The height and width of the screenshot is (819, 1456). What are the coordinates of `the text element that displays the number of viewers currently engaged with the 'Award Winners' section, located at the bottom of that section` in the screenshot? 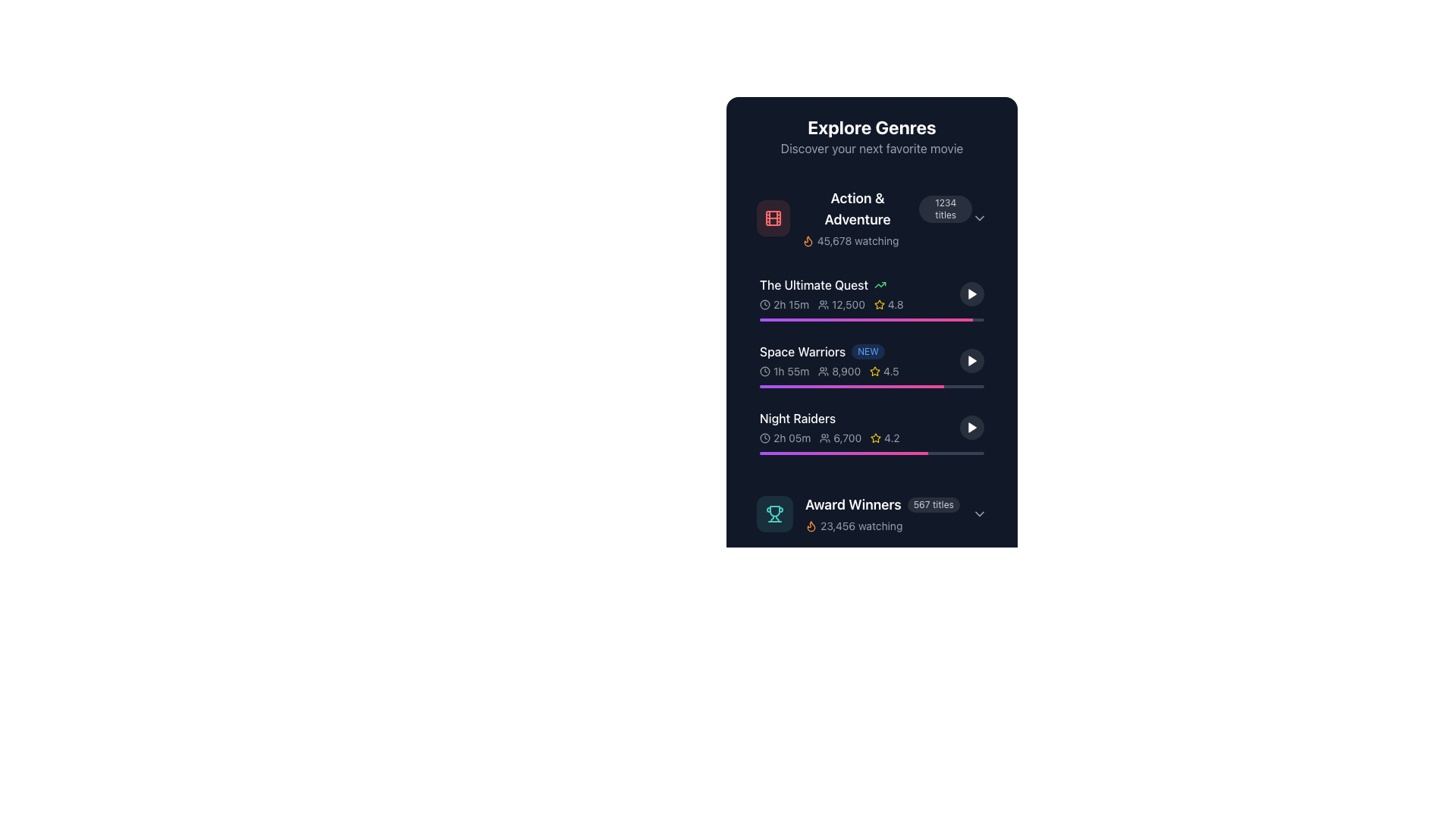 It's located at (854, 526).